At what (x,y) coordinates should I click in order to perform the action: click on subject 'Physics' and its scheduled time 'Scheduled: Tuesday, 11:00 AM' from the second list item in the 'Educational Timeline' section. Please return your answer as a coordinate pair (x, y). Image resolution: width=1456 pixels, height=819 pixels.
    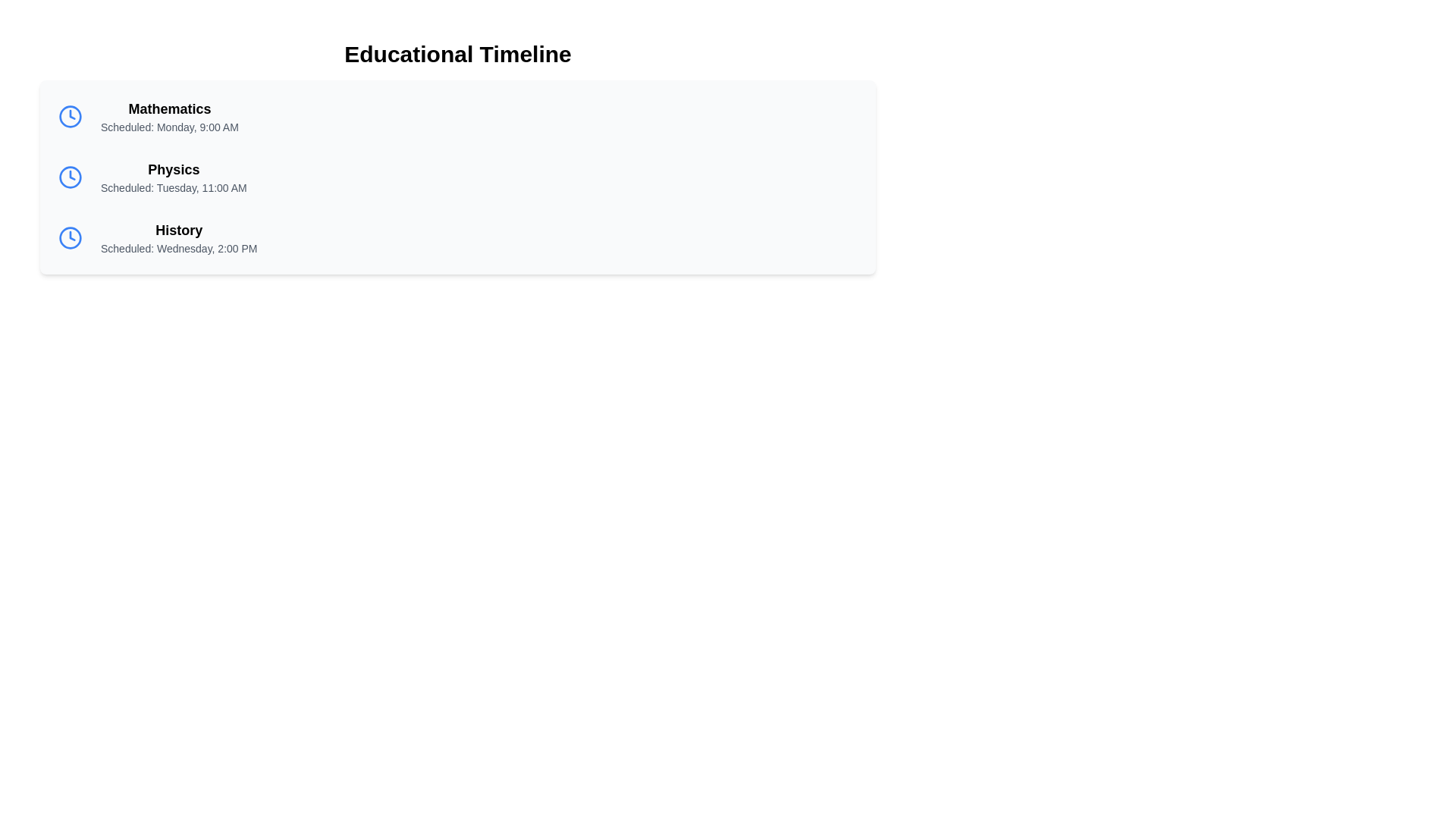
    Looking at the image, I should click on (457, 177).